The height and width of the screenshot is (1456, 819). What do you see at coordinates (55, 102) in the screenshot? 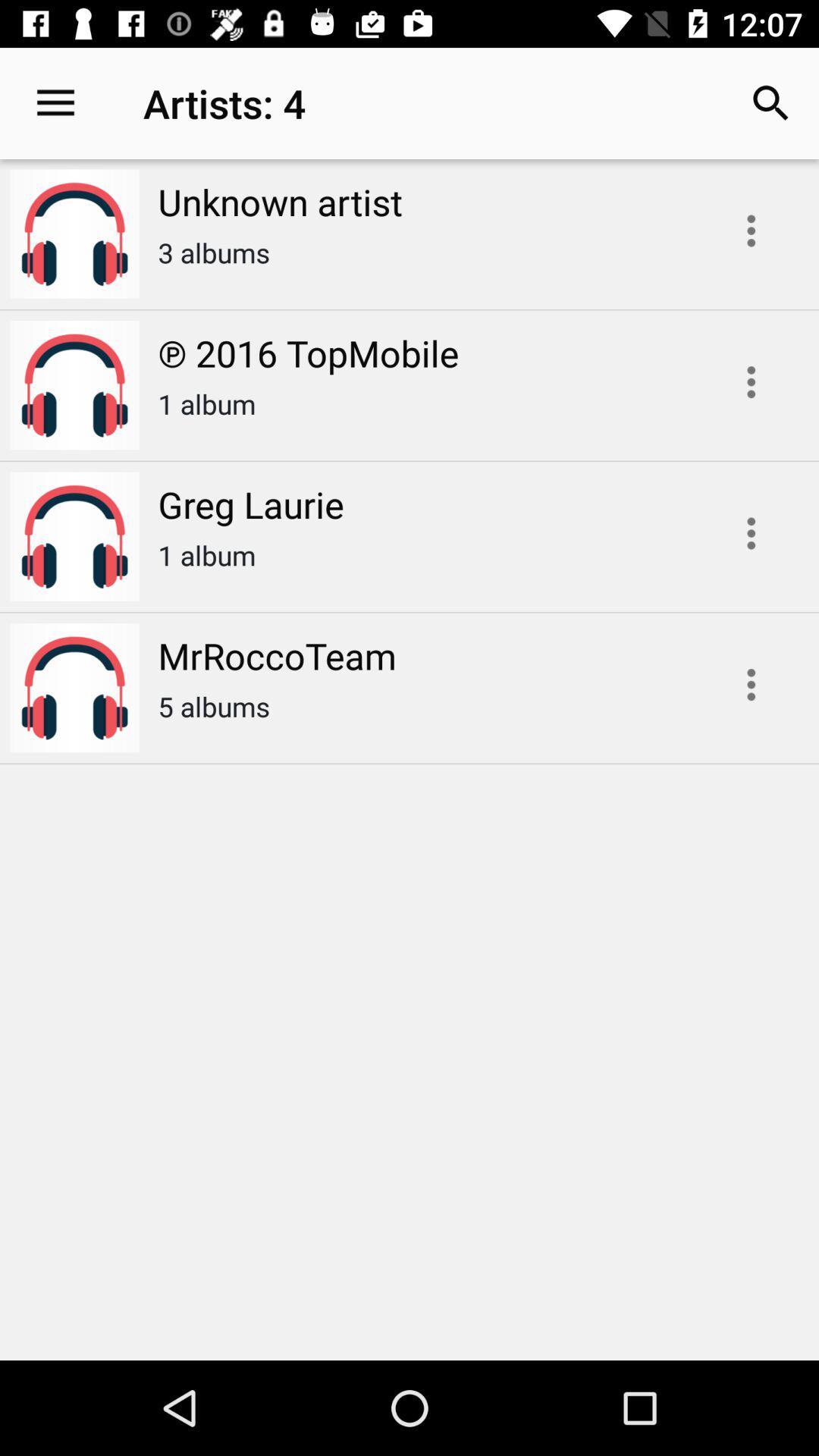
I see `icon to the left of the unknown artist item` at bounding box center [55, 102].